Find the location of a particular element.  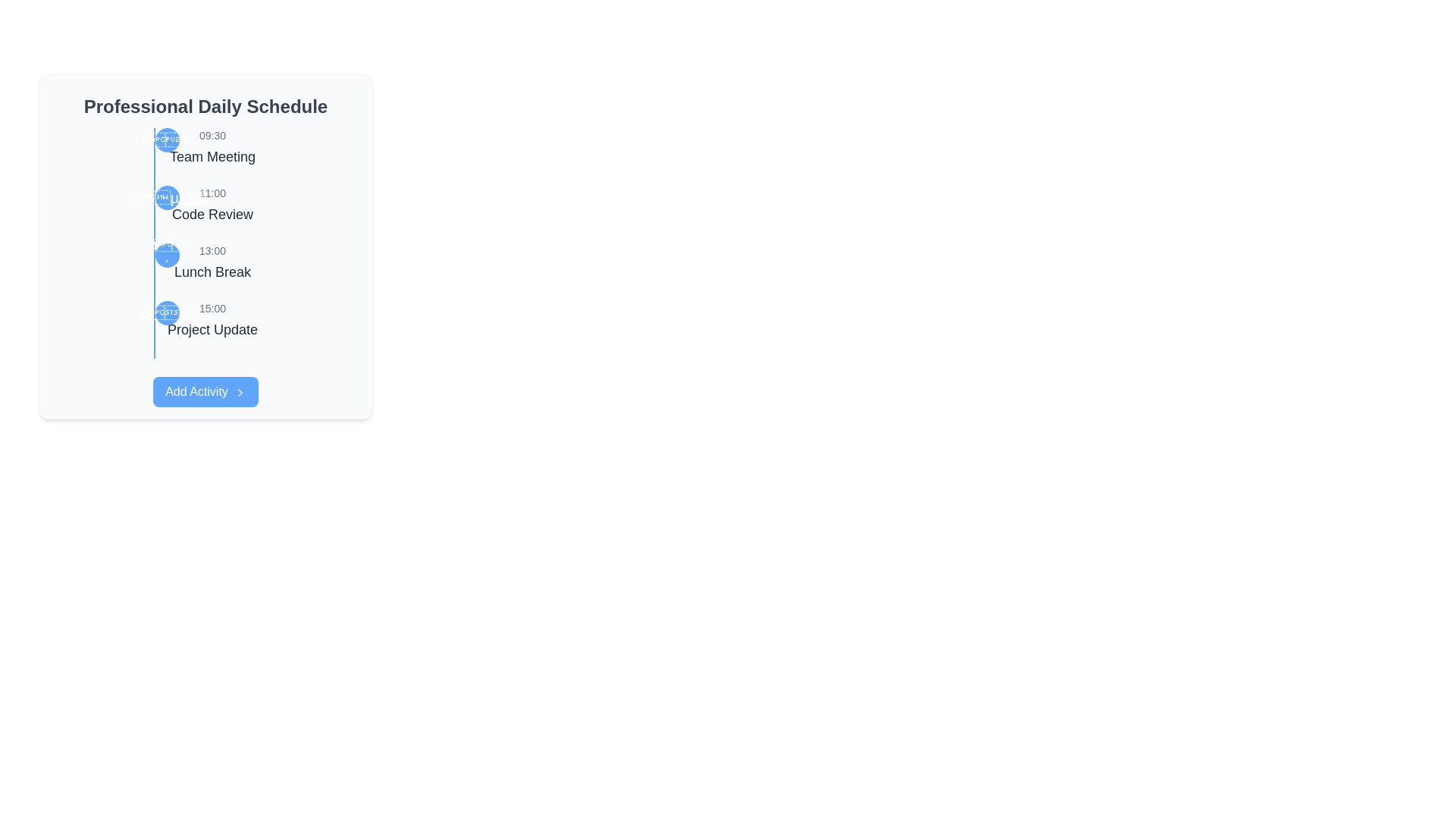

the 'Project Update' Timeline Item which is the fourth entry in the 'Professional Daily Schedule', located between 'Lunch Break' and 'Add Activity' is located at coordinates (212, 320).